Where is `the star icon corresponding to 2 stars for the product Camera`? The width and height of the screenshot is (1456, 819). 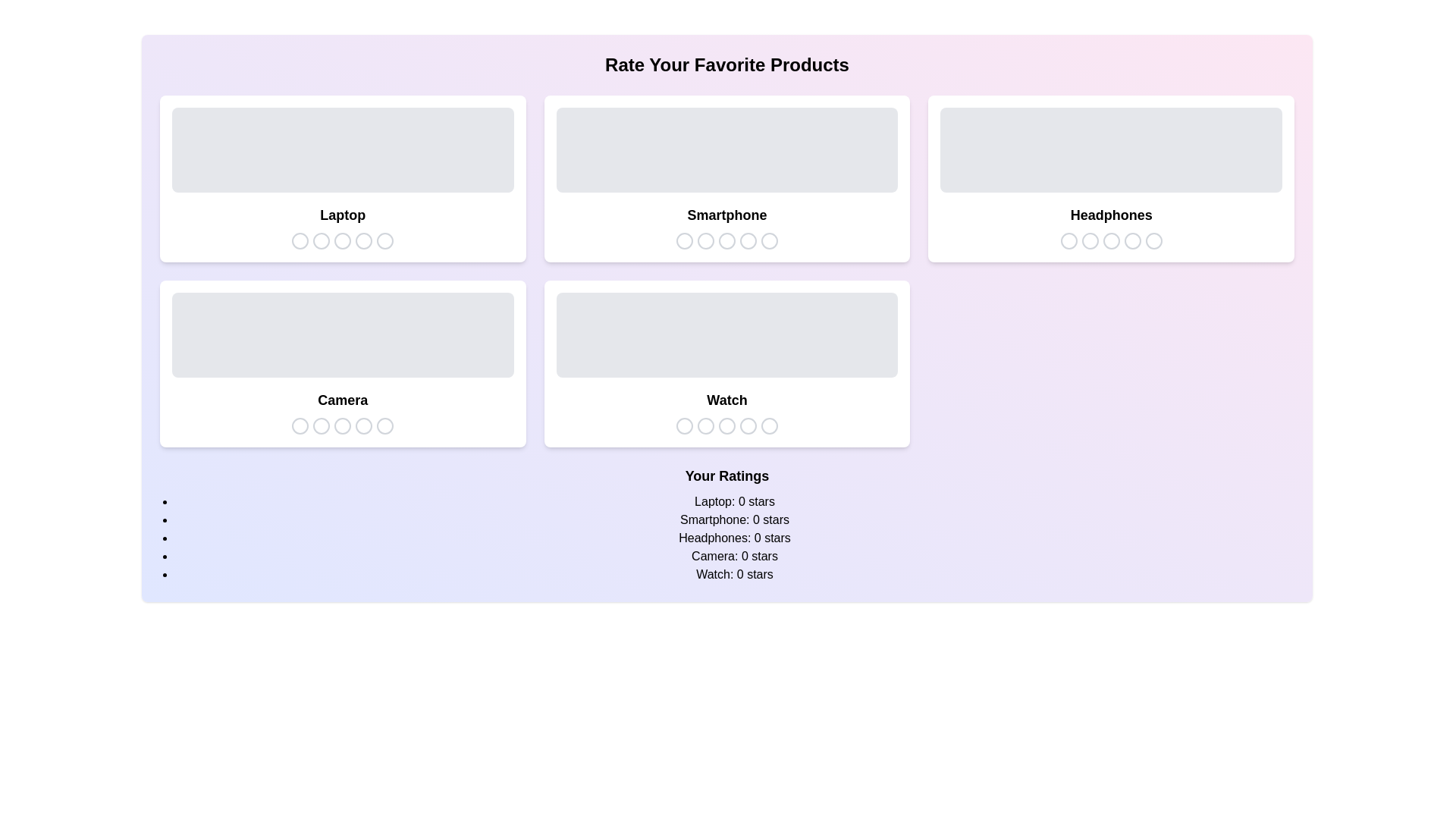 the star icon corresponding to 2 stars for the product Camera is located at coordinates (320, 426).